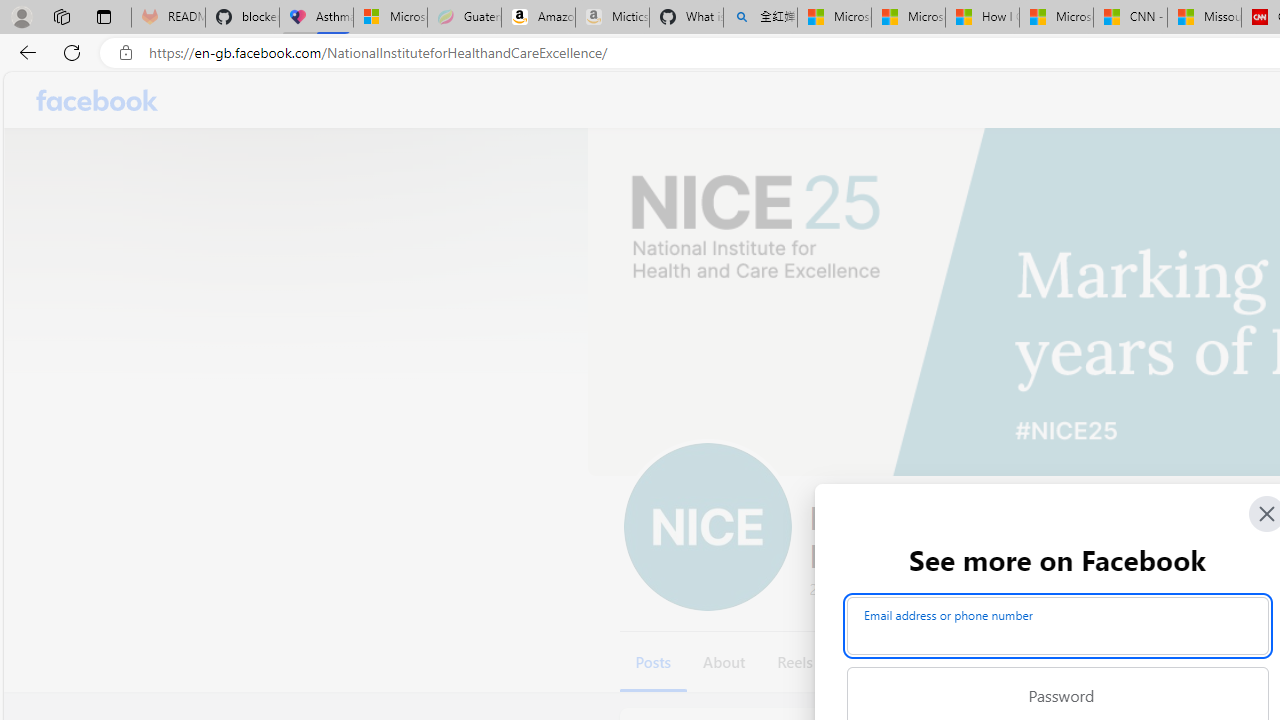  Describe the element at coordinates (1130, 17) in the screenshot. I see `'CNN - MSN'` at that location.